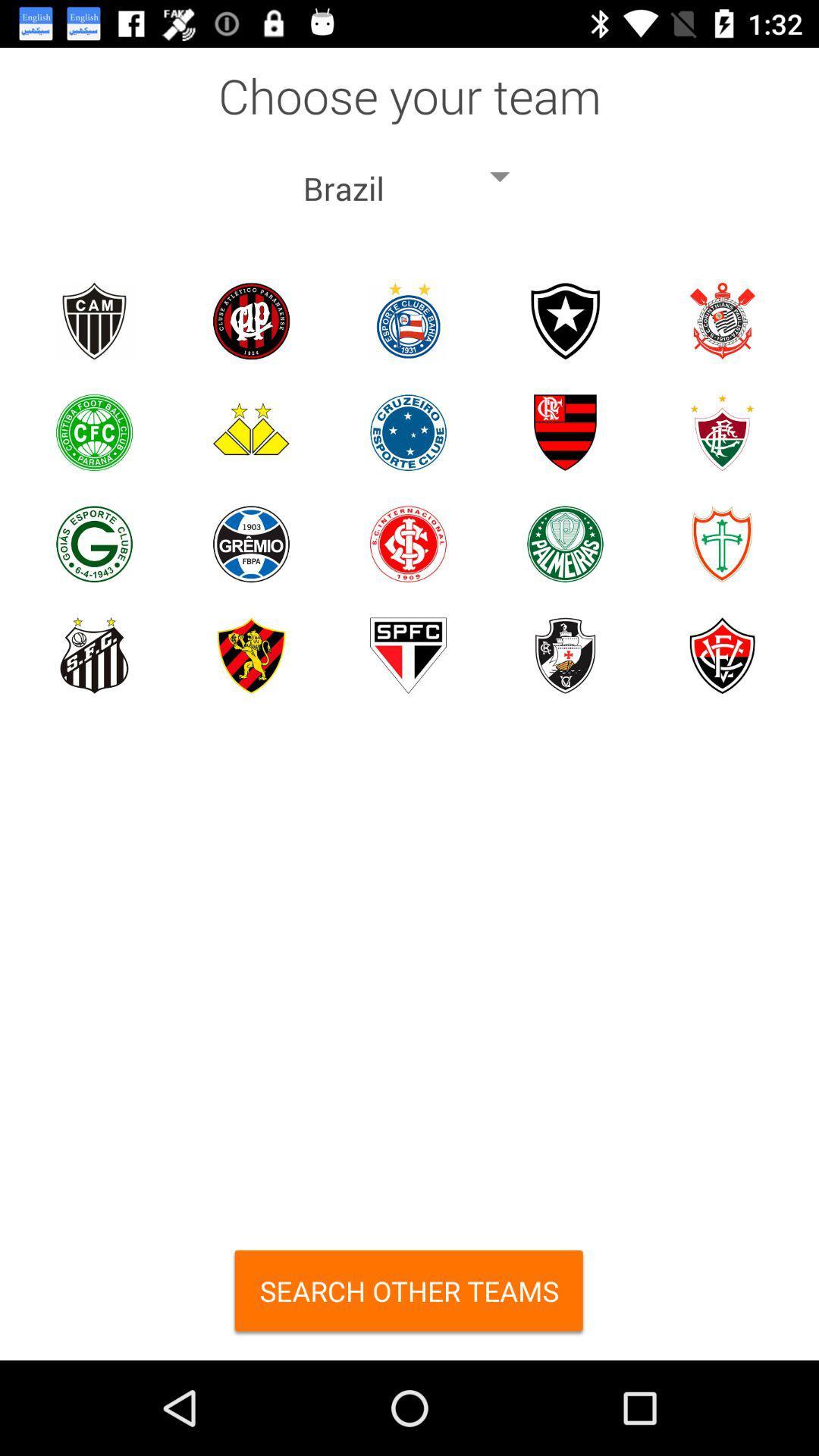 The width and height of the screenshot is (819, 1456). I want to click on choose the team, so click(250, 320).